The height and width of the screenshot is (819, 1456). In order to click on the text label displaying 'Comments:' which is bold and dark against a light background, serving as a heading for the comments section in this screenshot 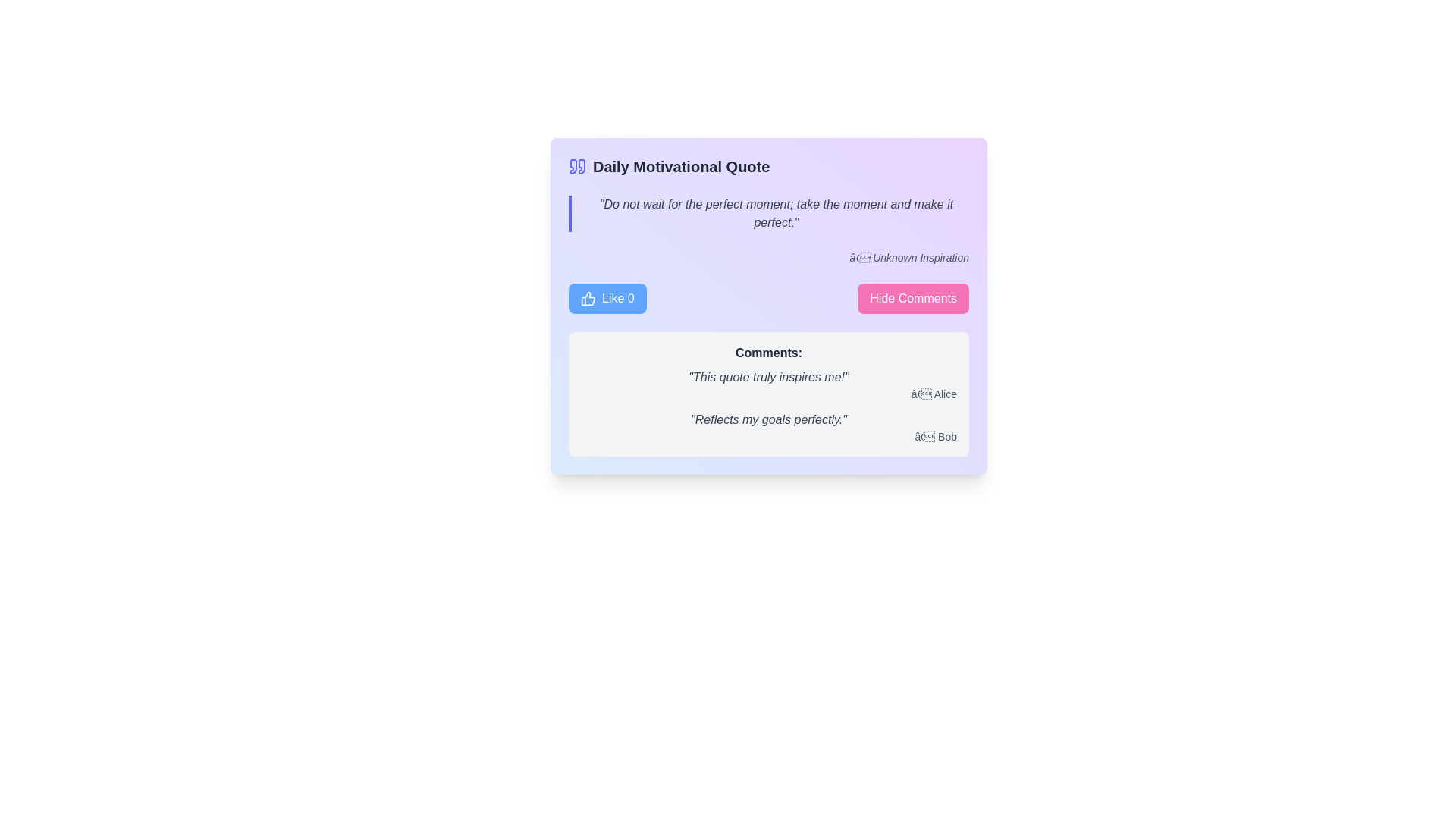, I will do `click(768, 353)`.